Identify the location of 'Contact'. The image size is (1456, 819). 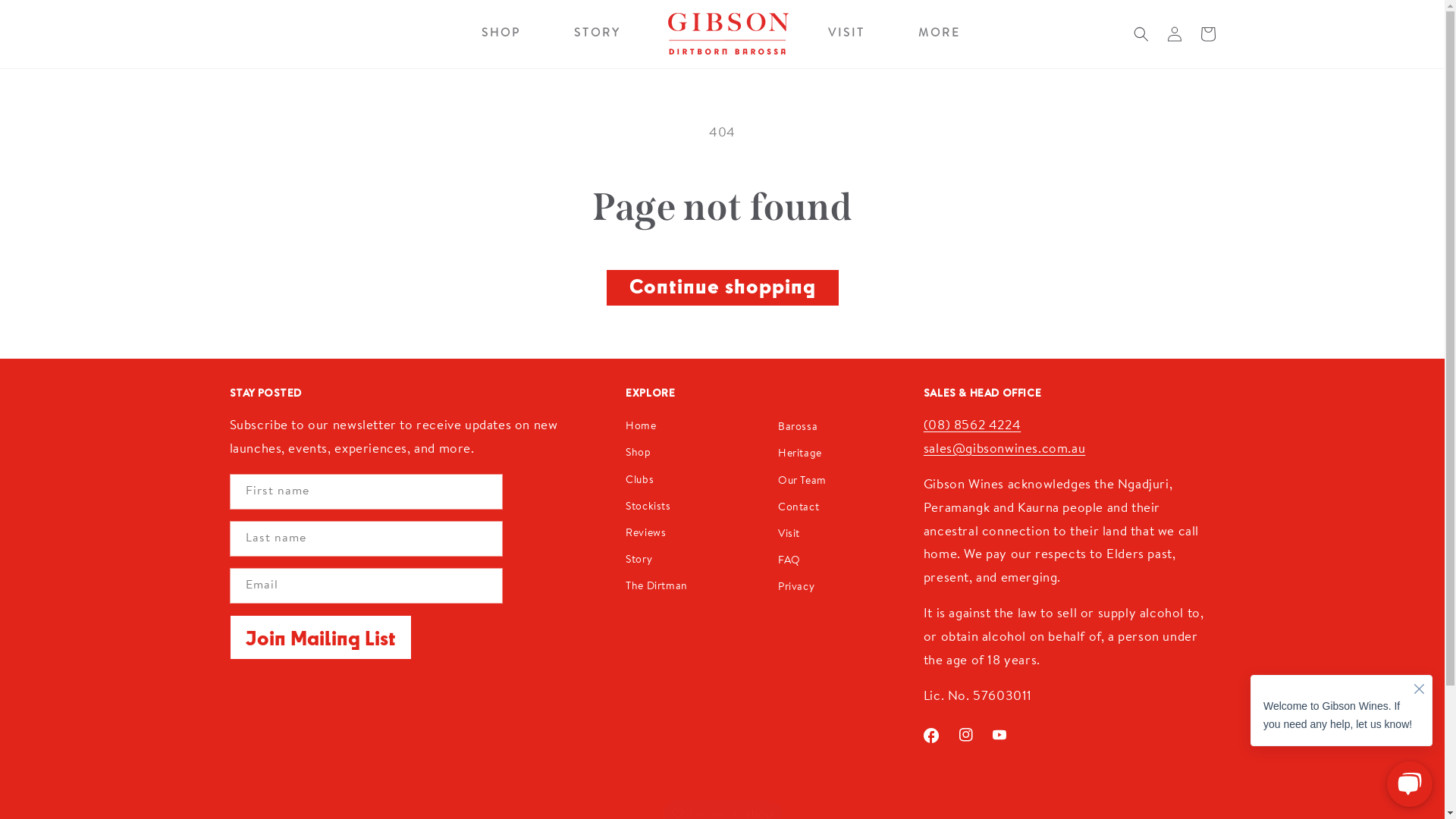
(797, 508).